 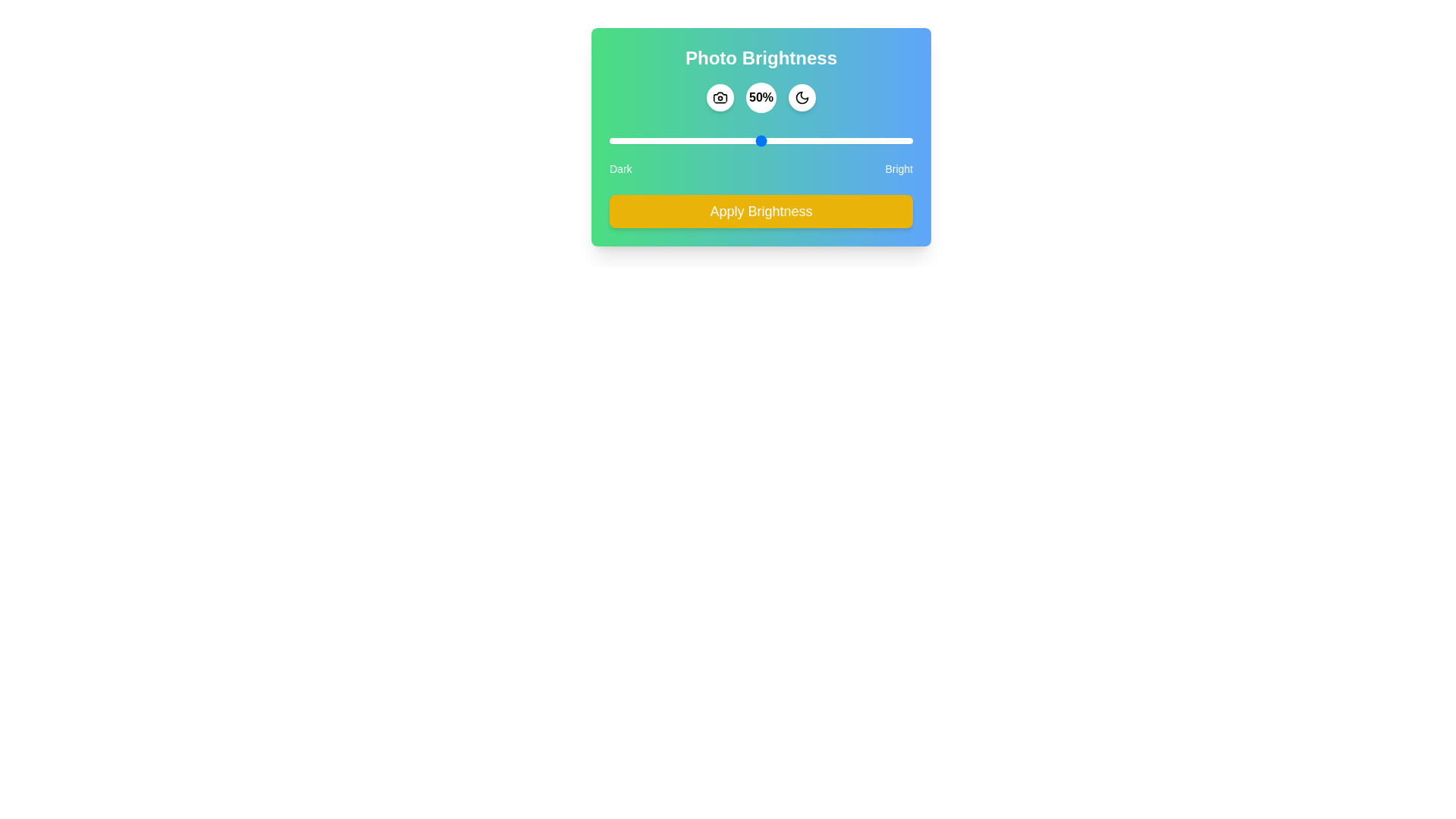 I want to click on the brightness slider to 55%, so click(x=776, y=140).